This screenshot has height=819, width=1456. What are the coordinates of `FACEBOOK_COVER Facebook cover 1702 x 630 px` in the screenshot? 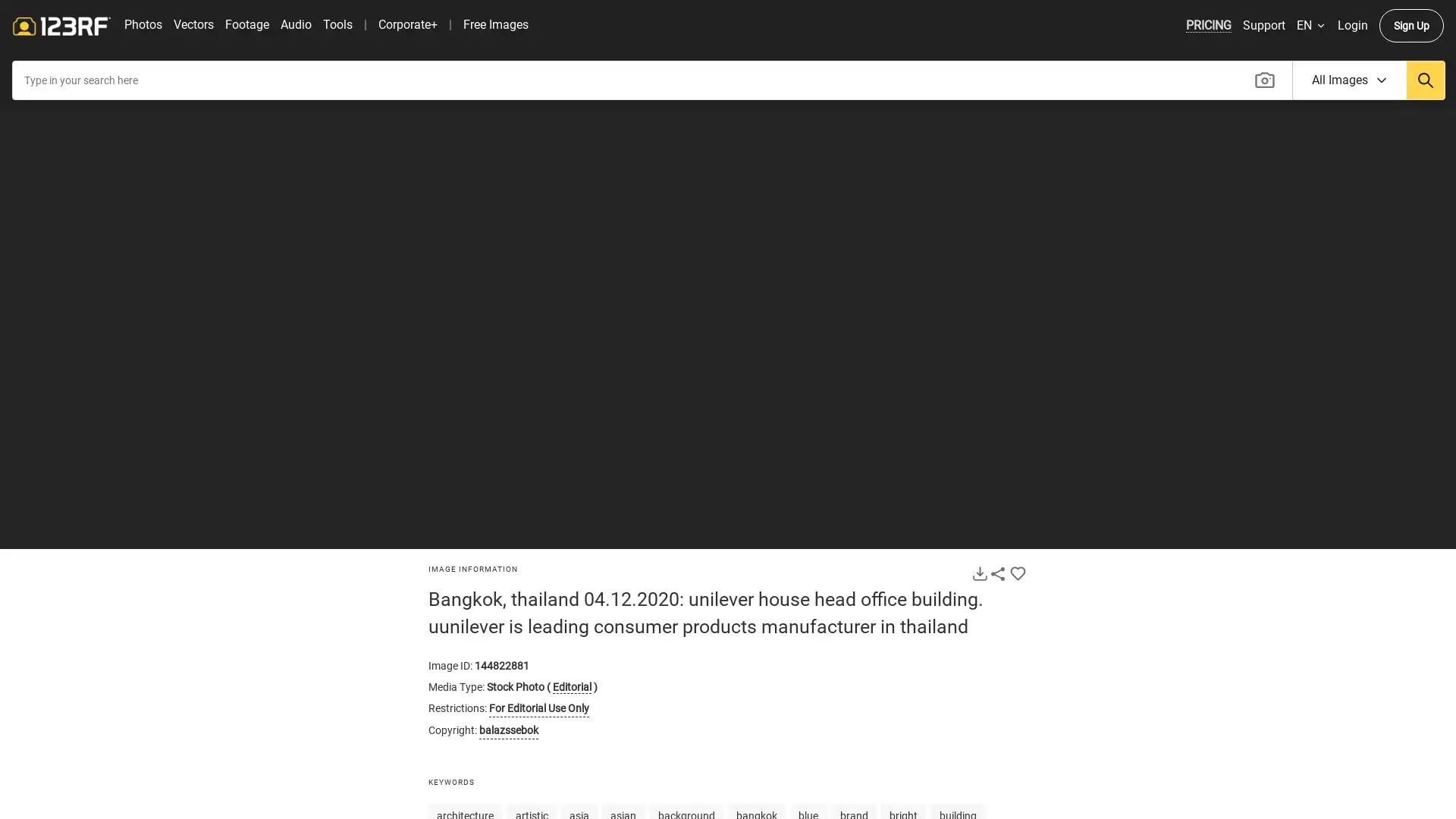 It's located at (1288, 604).